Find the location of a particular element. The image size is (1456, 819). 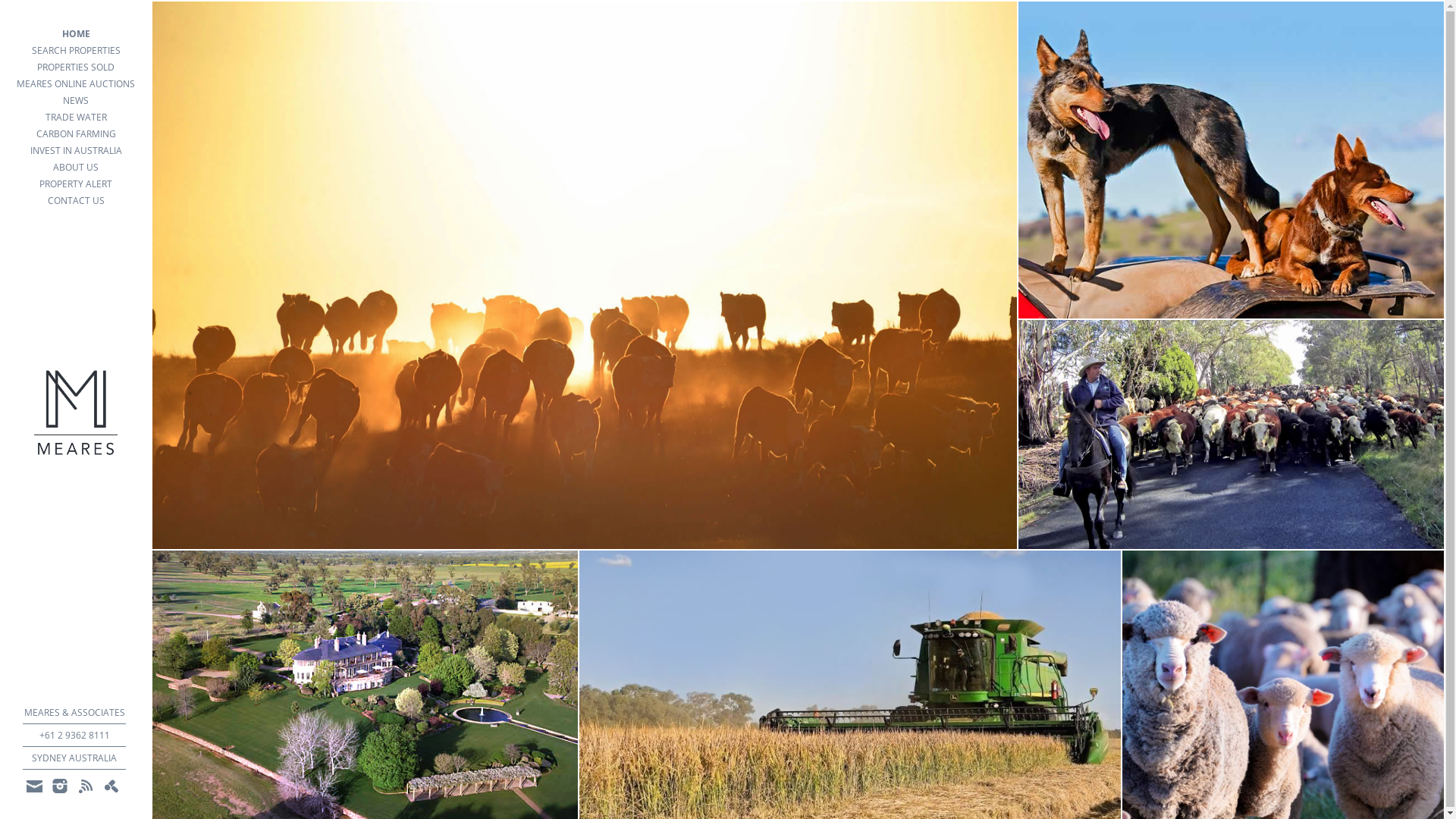

'. ' is located at coordinates (111, 785).